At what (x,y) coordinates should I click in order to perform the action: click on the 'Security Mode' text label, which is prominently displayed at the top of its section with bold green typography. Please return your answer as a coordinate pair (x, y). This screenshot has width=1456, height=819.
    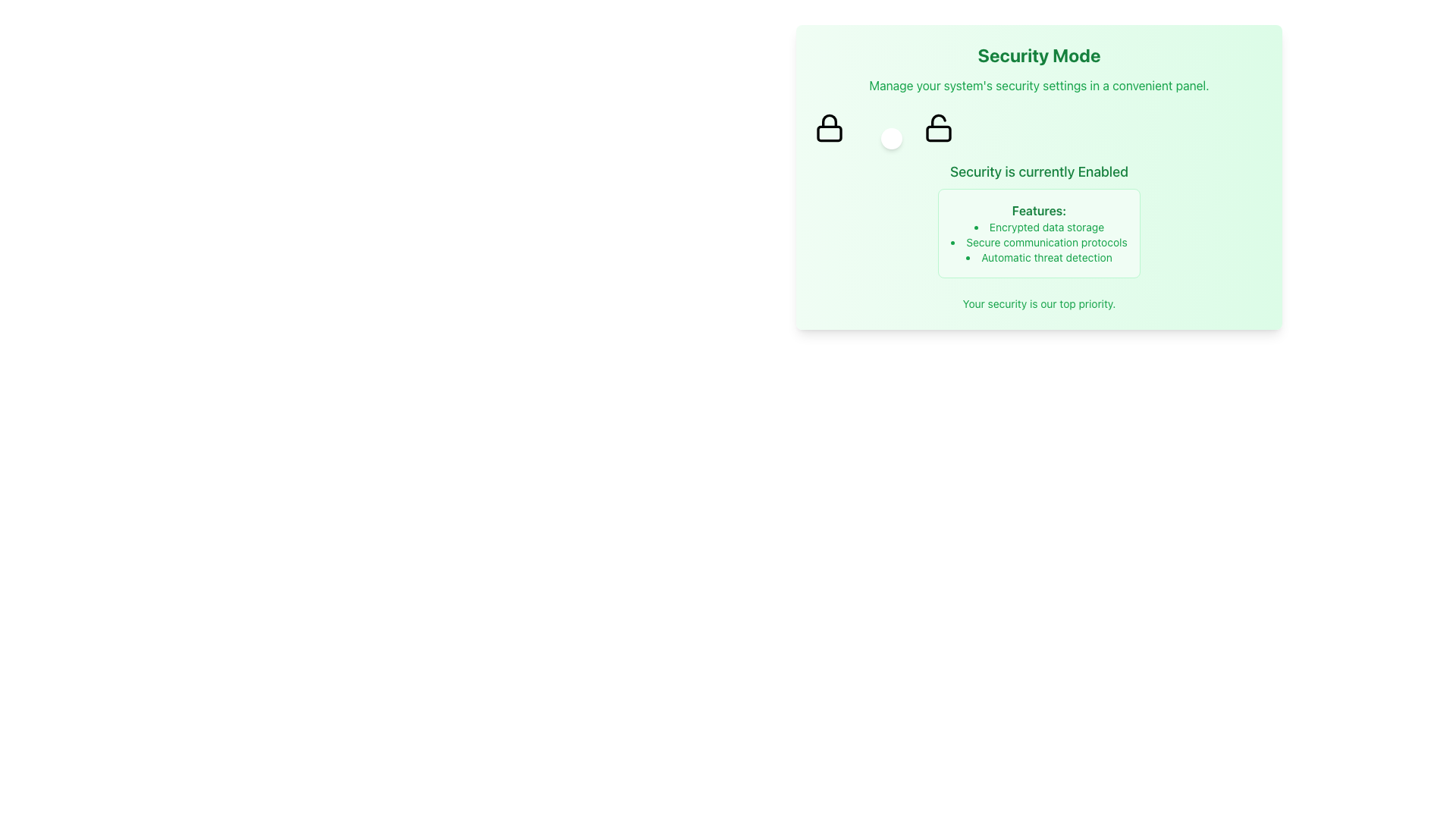
    Looking at the image, I should click on (1038, 55).